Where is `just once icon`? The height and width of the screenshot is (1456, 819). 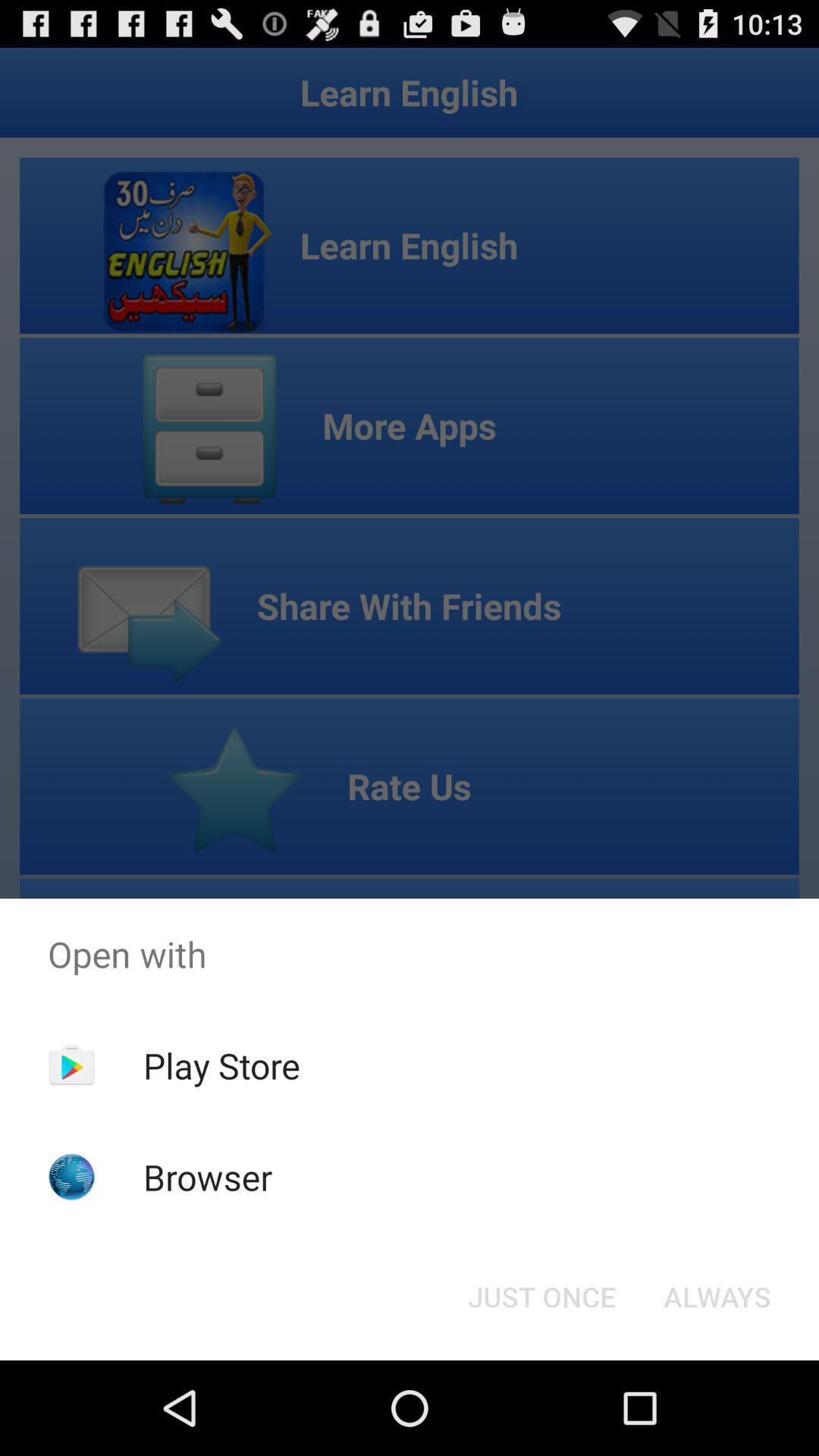 just once icon is located at coordinates (541, 1295).